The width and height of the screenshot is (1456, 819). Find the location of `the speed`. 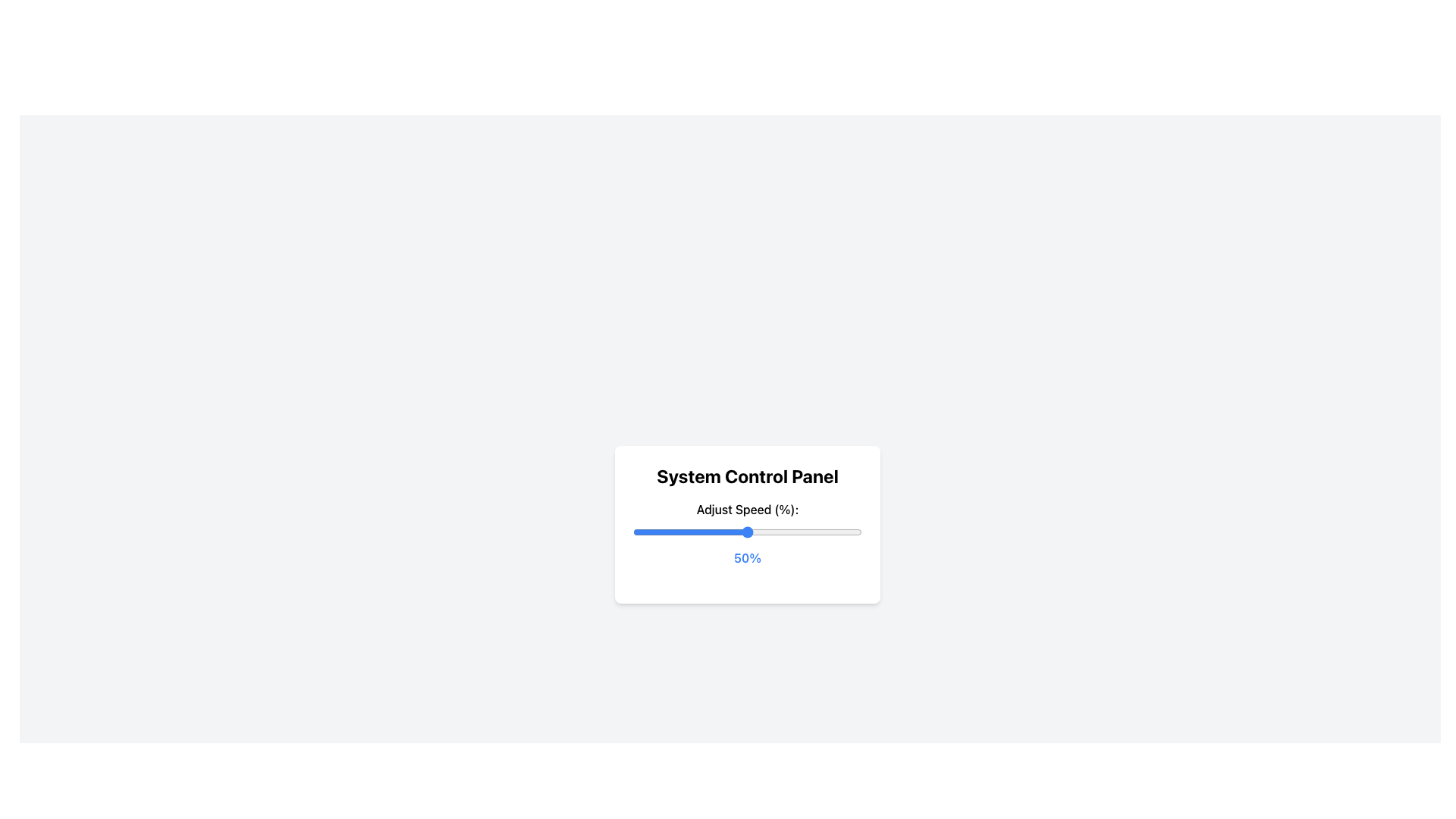

the speed is located at coordinates (692, 532).